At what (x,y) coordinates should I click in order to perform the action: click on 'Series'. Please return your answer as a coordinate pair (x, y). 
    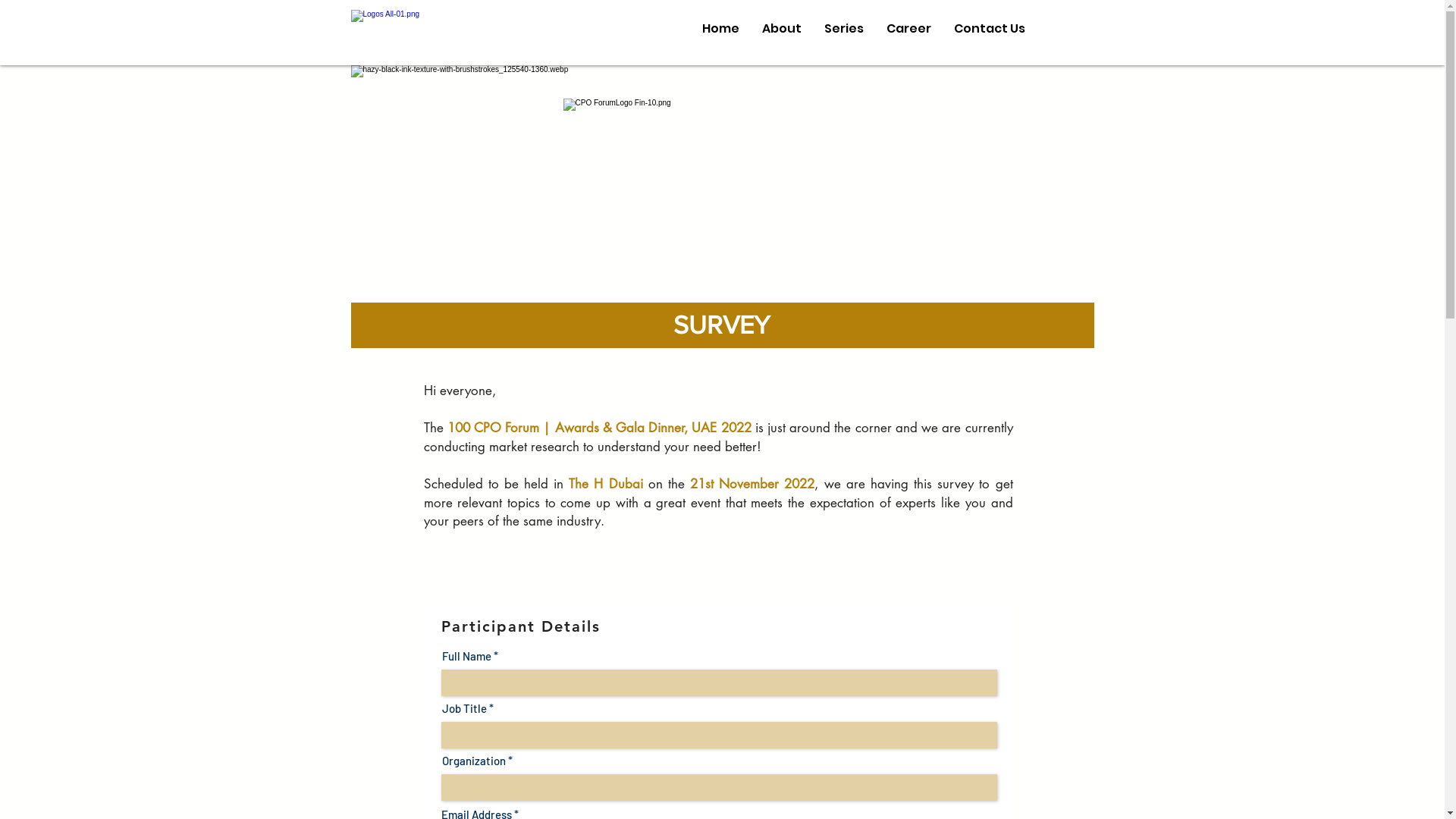
    Looking at the image, I should click on (843, 28).